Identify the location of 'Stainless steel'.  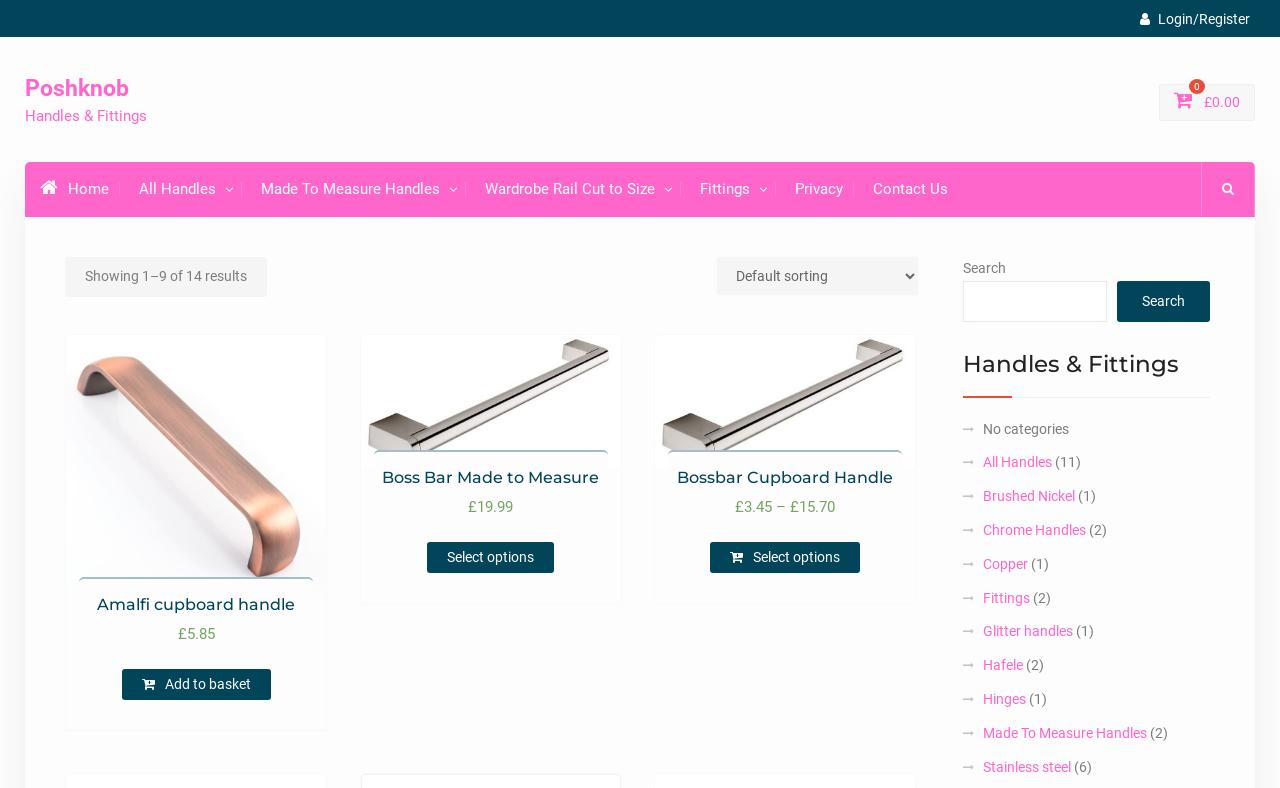
(1026, 766).